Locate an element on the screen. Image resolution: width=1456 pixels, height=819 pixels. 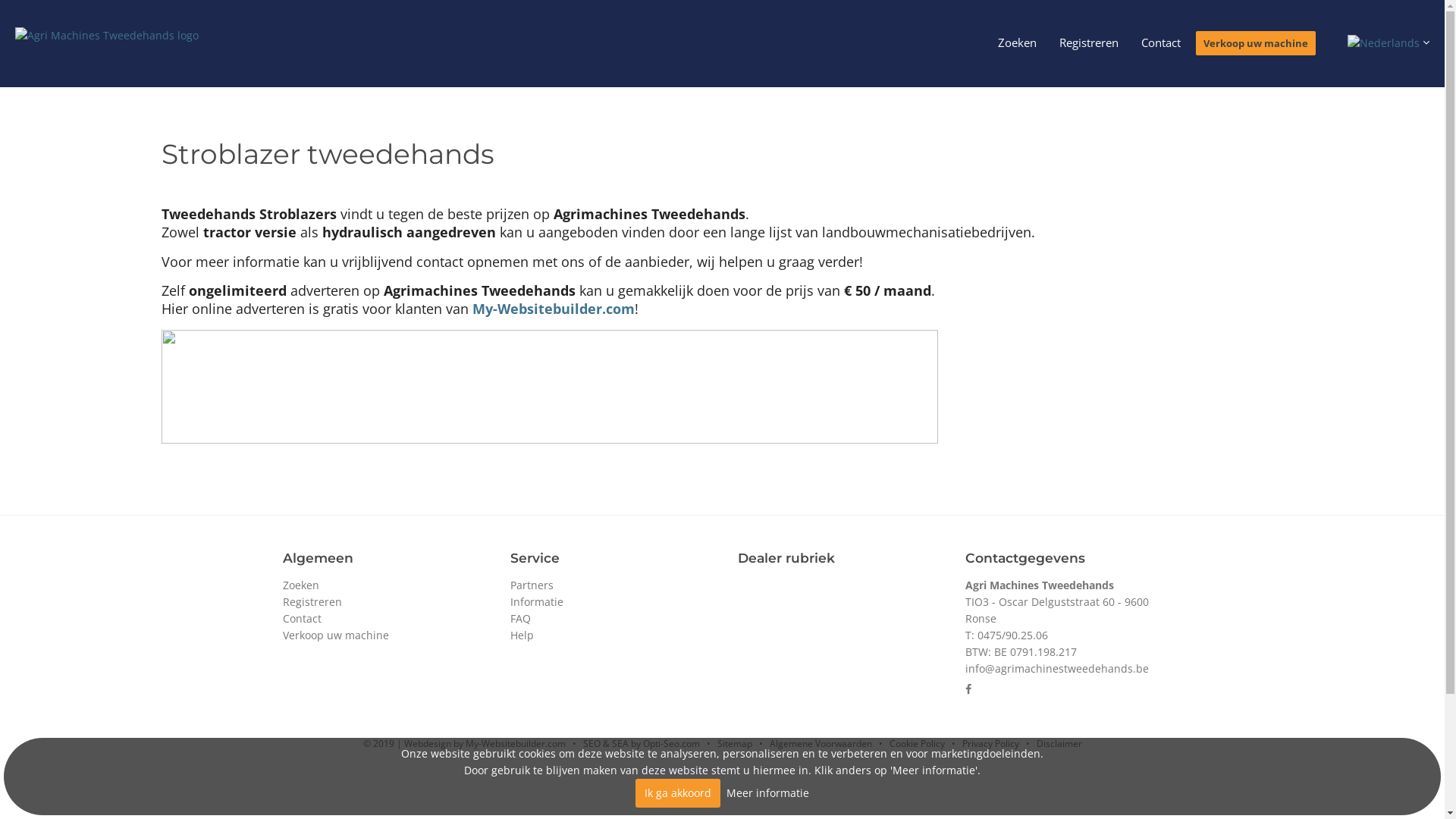
'Meer informatie' is located at coordinates (767, 792).